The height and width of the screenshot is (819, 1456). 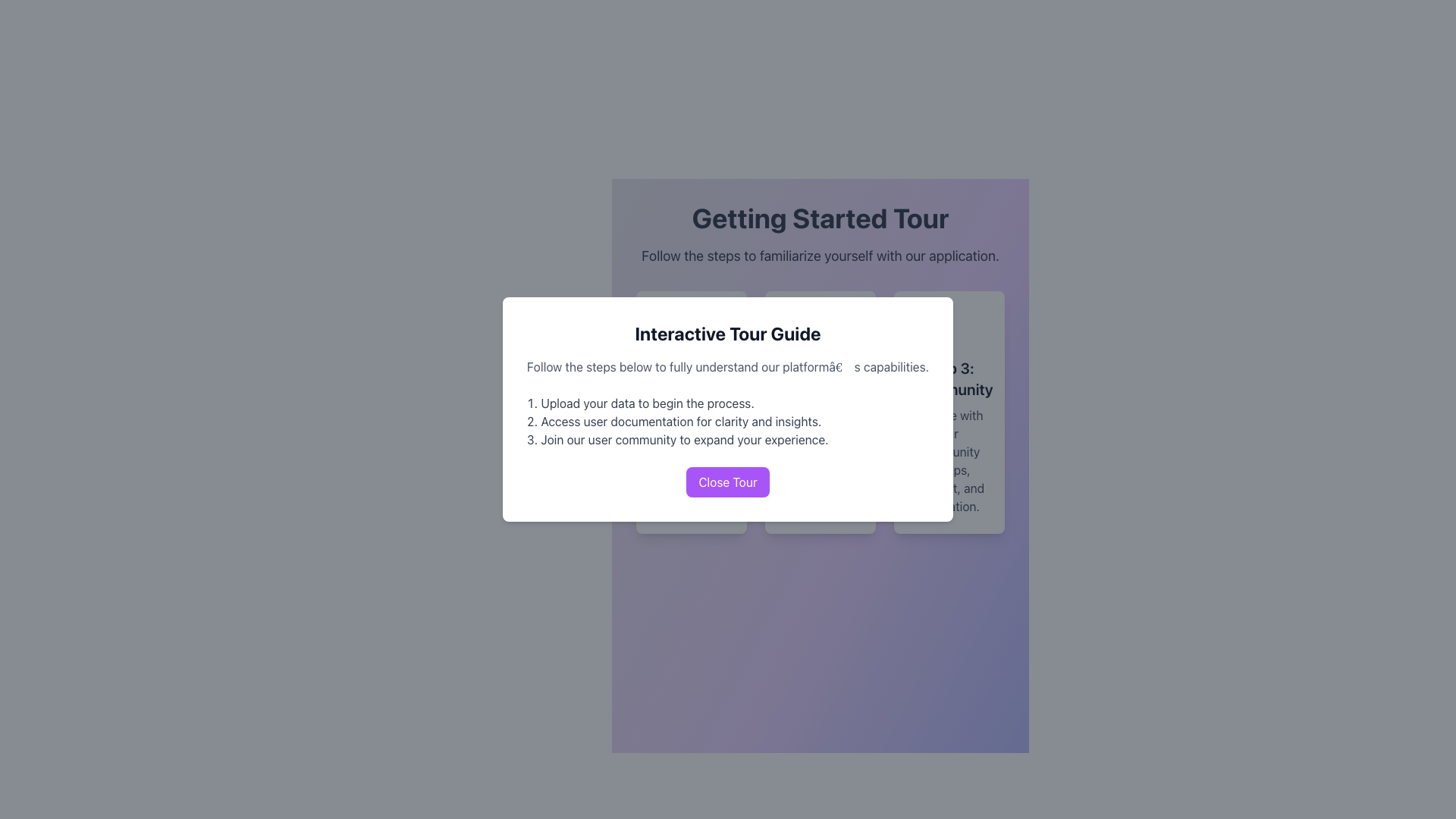 What do you see at coordinates (728, 403) in the screenshot?
I see `instructional text for uploading data, located at the center of the first item in the numbered list within the 'Interactive Tour Guide' dialog box` at bounding box center [728, 403].